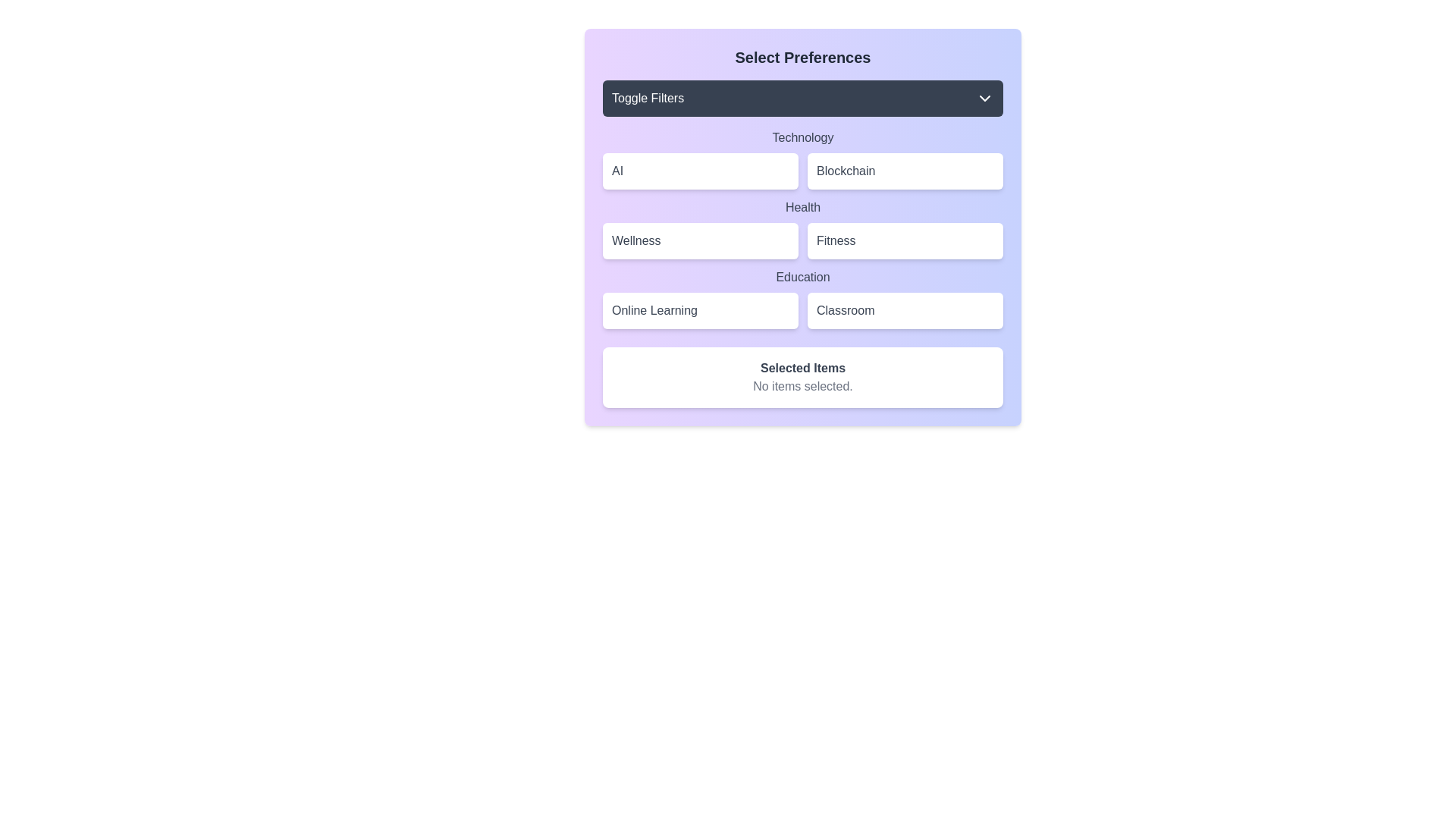  I want to click on the bold text label saying 'Selected Items' which is styled with a heavy font weight and gray color, located centrally within a white card, so click(802, 369).